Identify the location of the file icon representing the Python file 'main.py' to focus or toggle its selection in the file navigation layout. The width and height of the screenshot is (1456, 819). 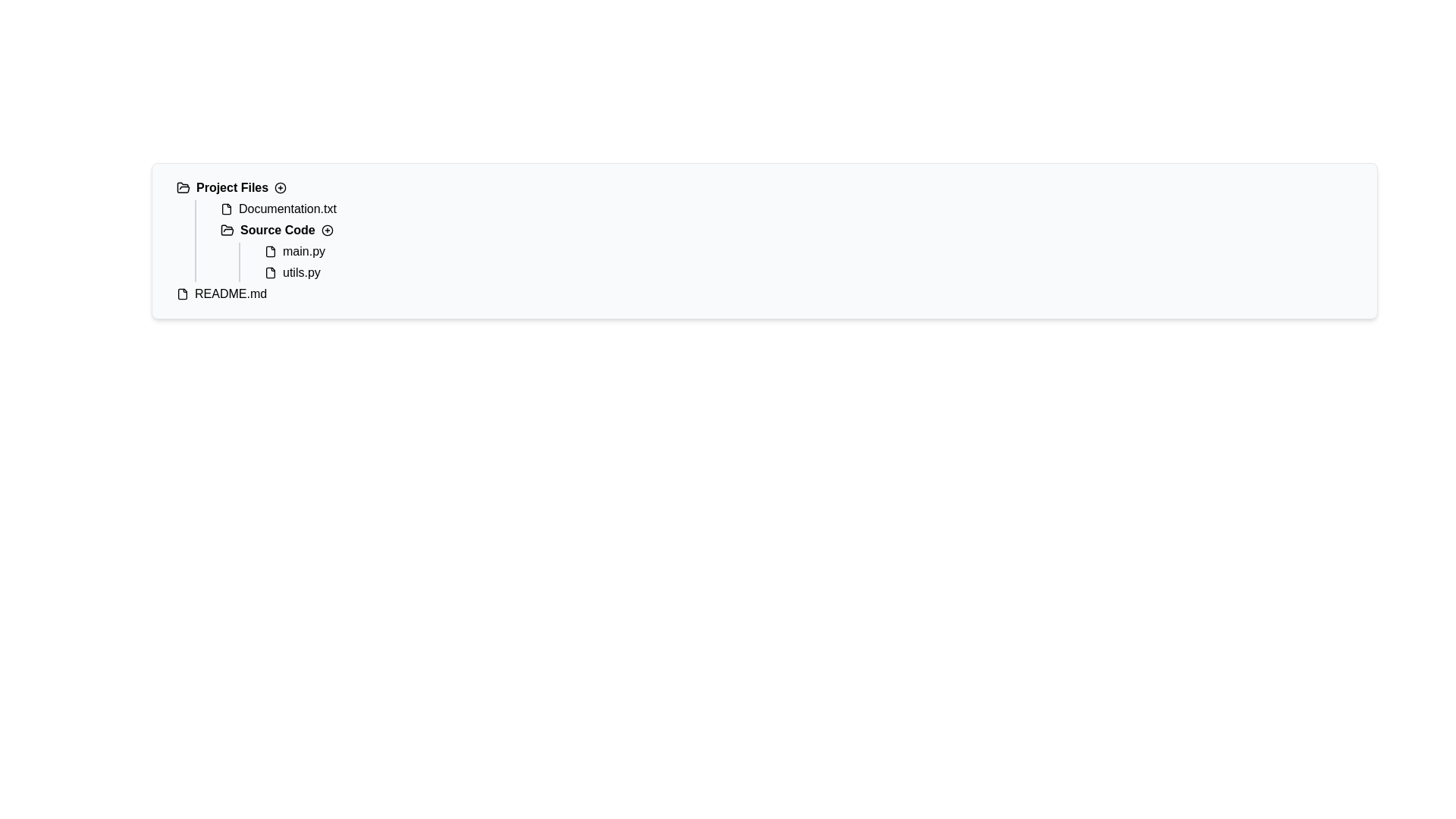
(270, 250).